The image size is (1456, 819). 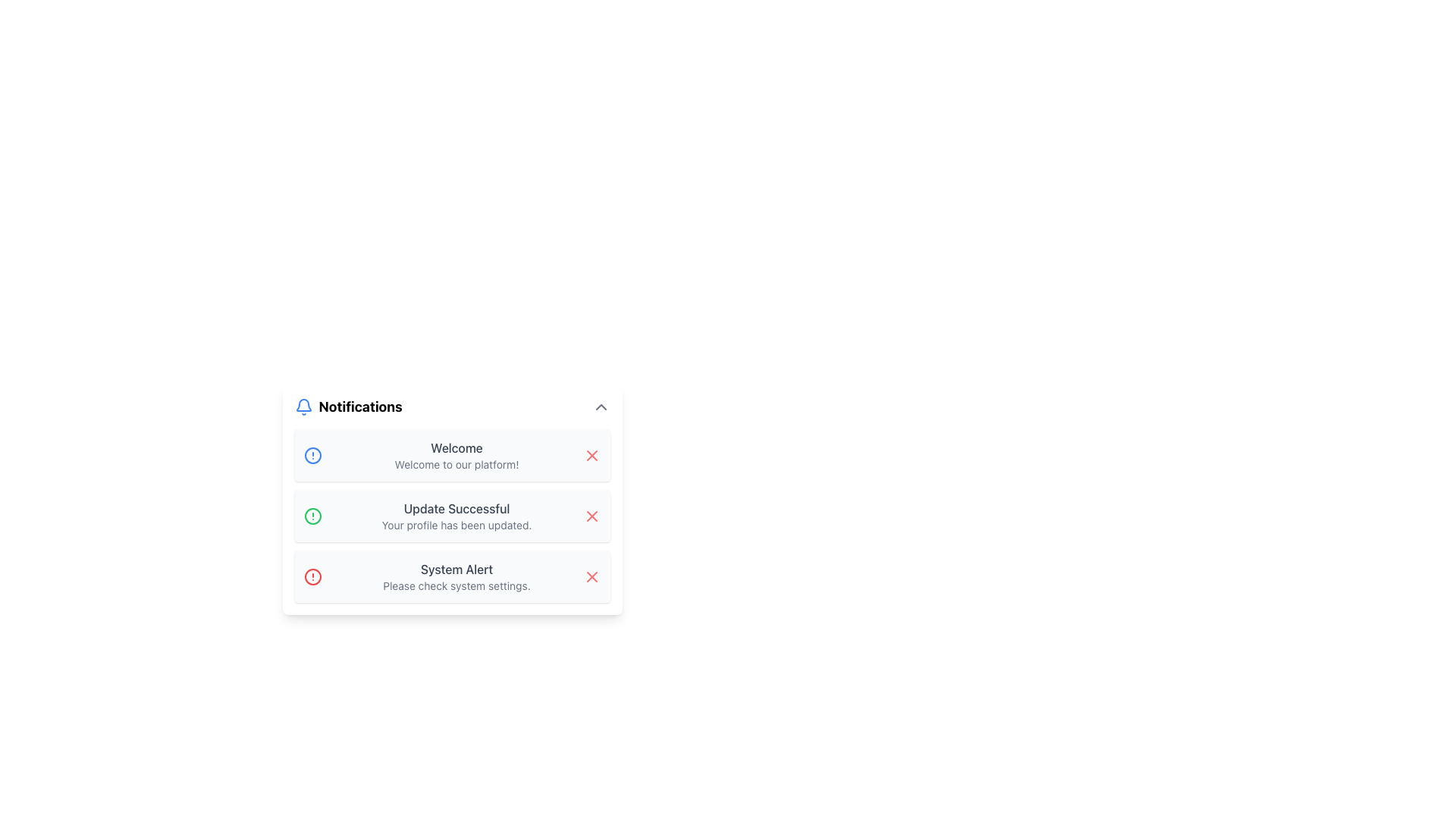 What do you see at coordinates (591, 516) in the screenshot?
I see `properties of the red 'X' close button found in the notification panel, located to the far right of the 'Update Successful' notification` at bounding box center [591, 516].